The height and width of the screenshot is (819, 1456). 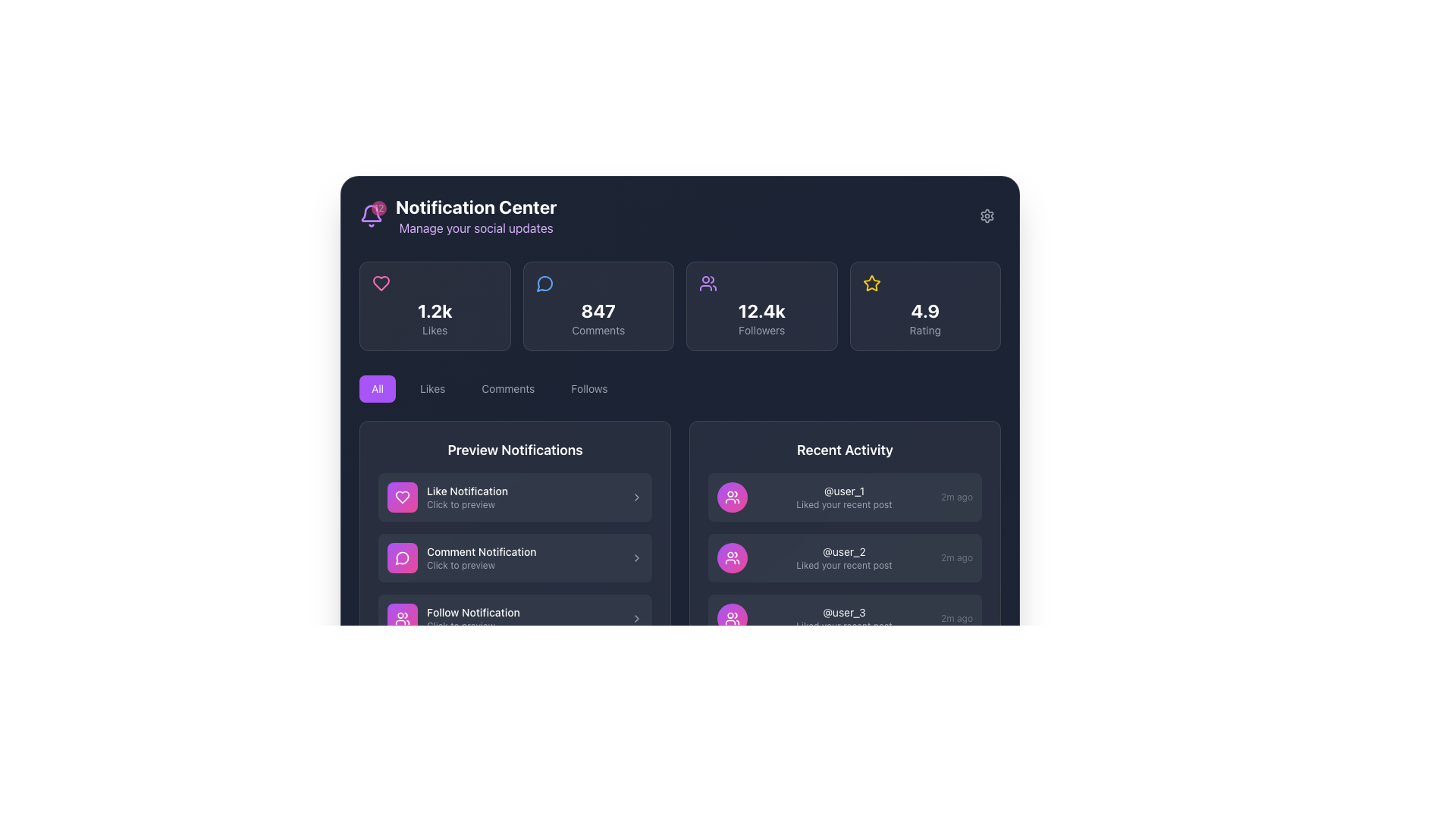 What do you see at coordinates (402, 558) in the screenshot?
I see `the circular icon featuring a speech bubble with a tail pointing upwards, located in the 'Recent Activity' section of the main interface, positioned first amongst a horizontal row of icons` at bounding box center [402, 558].